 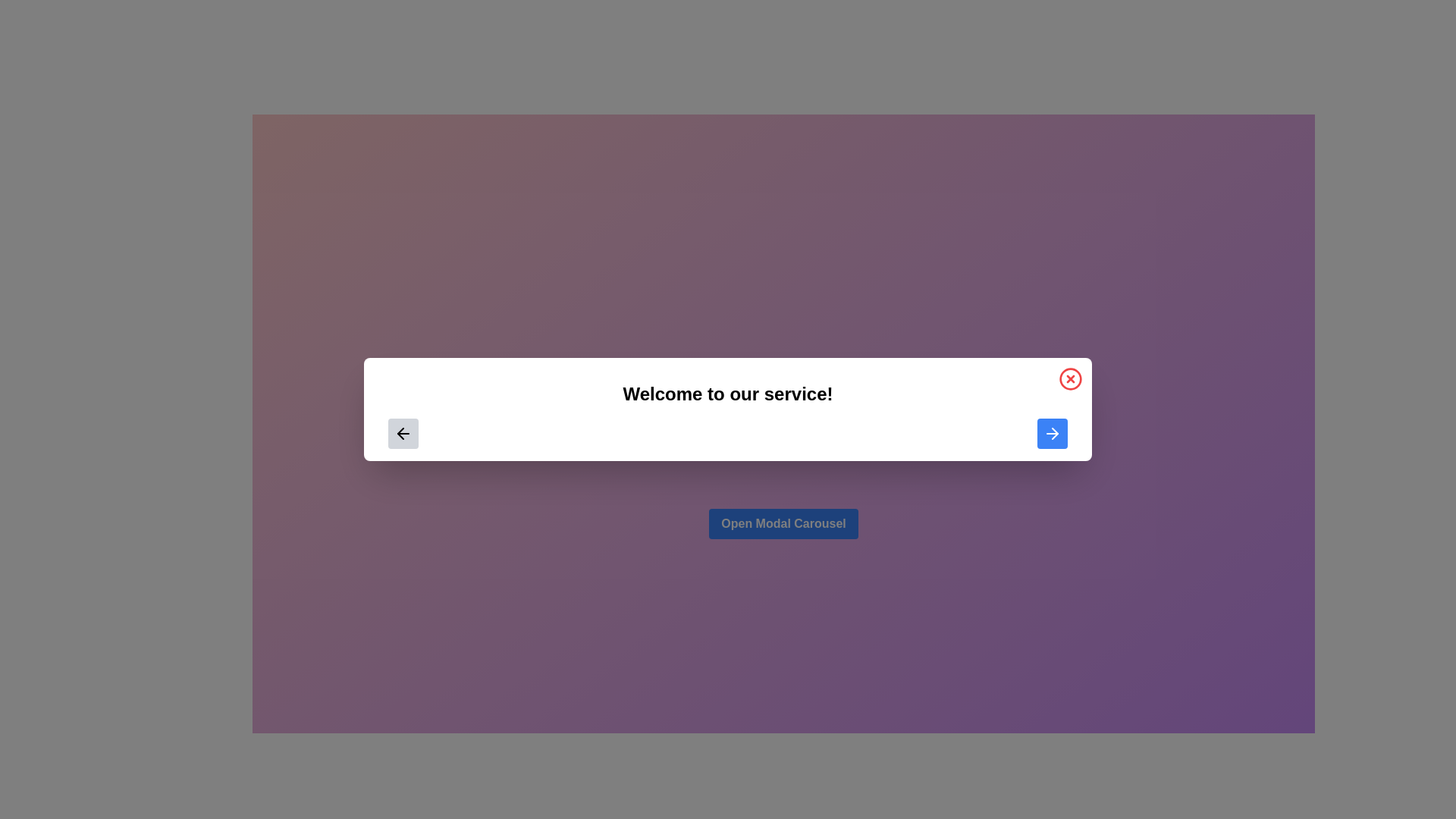 I want to click on the circular button with a red border and red cross located at the top-right corner of the modal interface to visualize interaction, so click(x=1069, y=378).